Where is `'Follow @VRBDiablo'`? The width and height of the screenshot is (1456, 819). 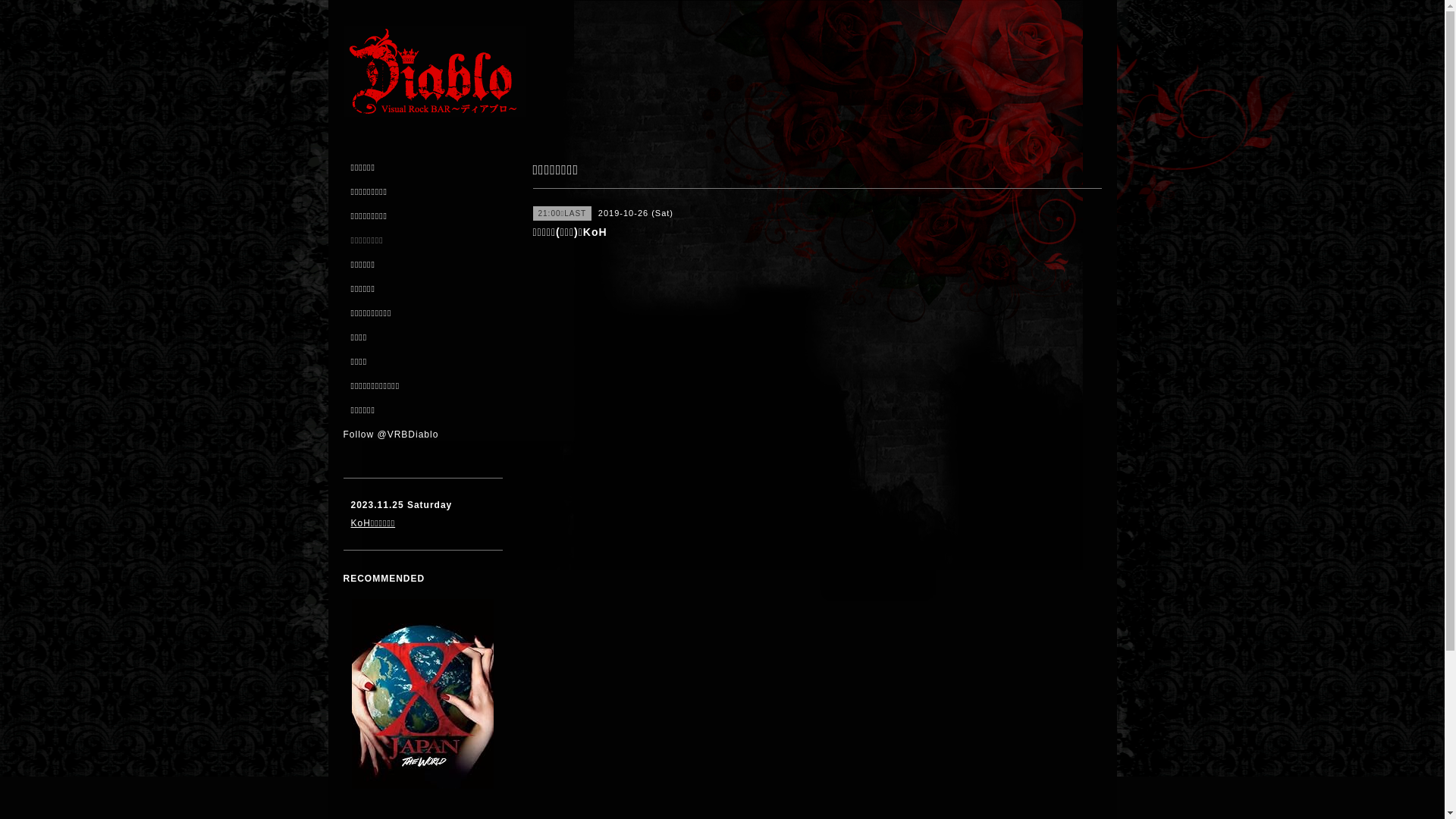 'Follow @VRBDiablo' is located at coordinates (390, 435).